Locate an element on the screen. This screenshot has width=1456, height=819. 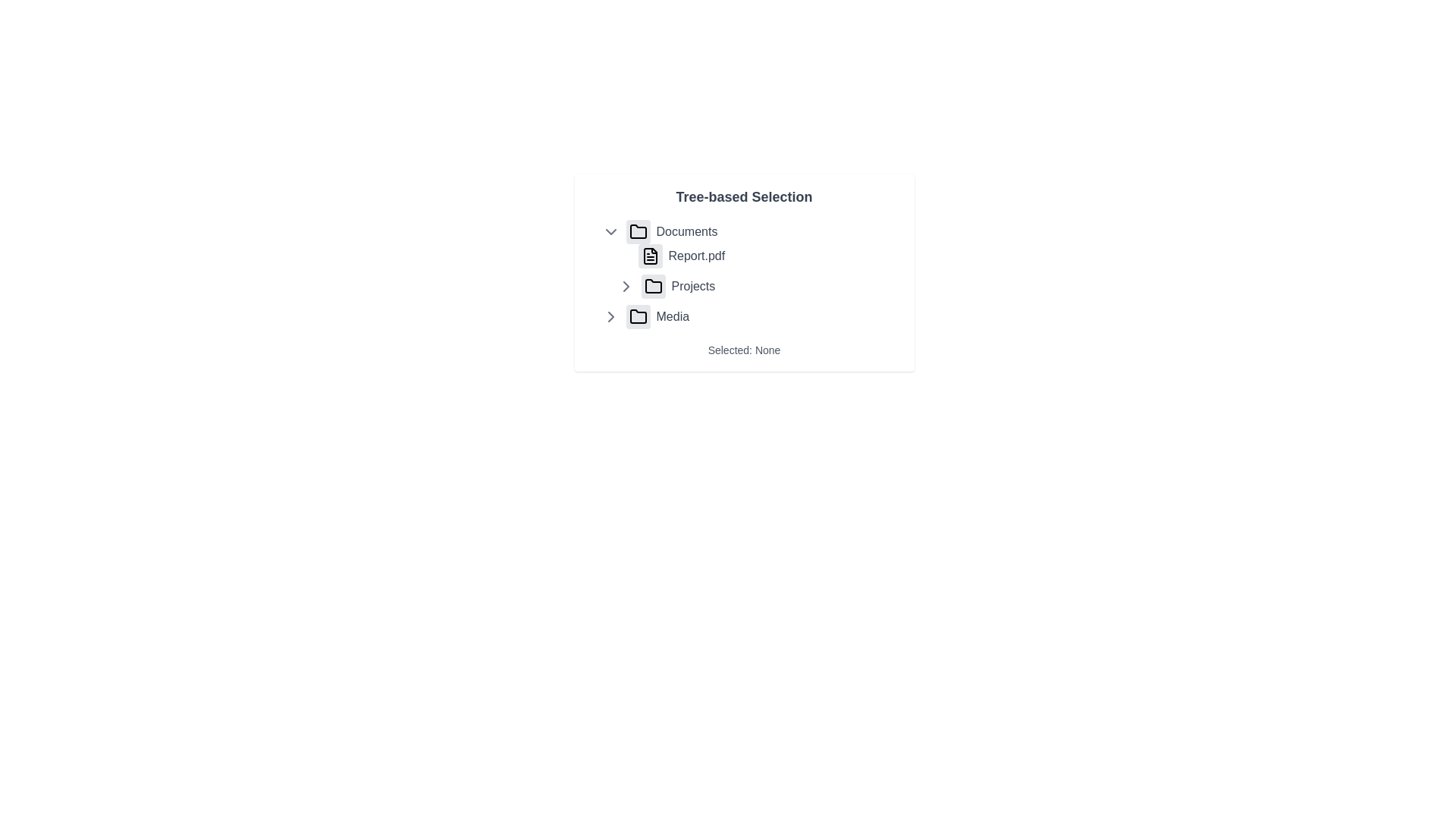
the folder icon representing the 'Projects' item in the tree-based selection interface to interact with it is located at coordinates (653, 287).